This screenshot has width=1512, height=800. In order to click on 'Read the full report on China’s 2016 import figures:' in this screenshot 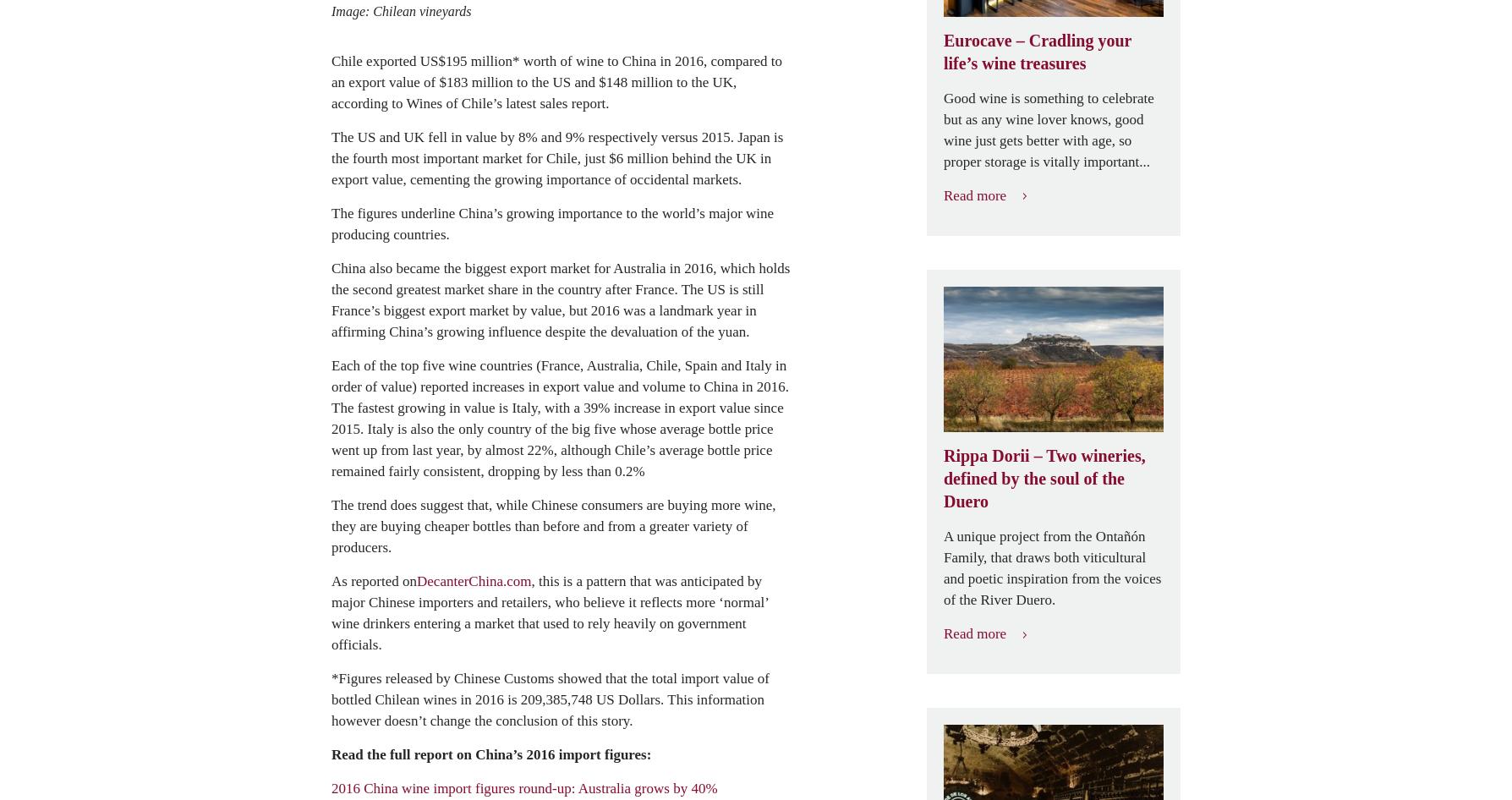, I will do `click(490, 753)`.